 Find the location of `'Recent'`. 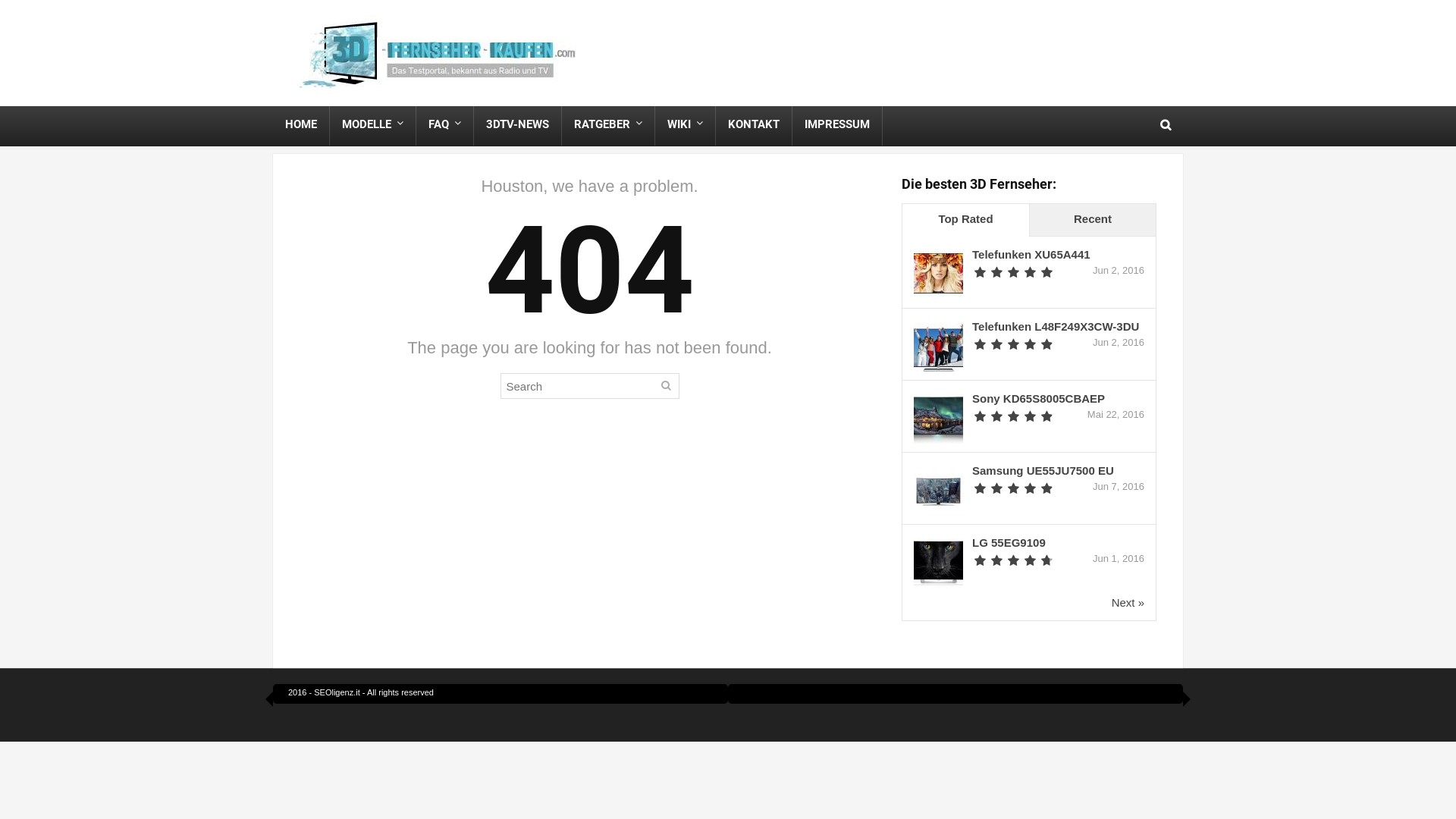

'Recent' is located at coordinates (1092, 220).